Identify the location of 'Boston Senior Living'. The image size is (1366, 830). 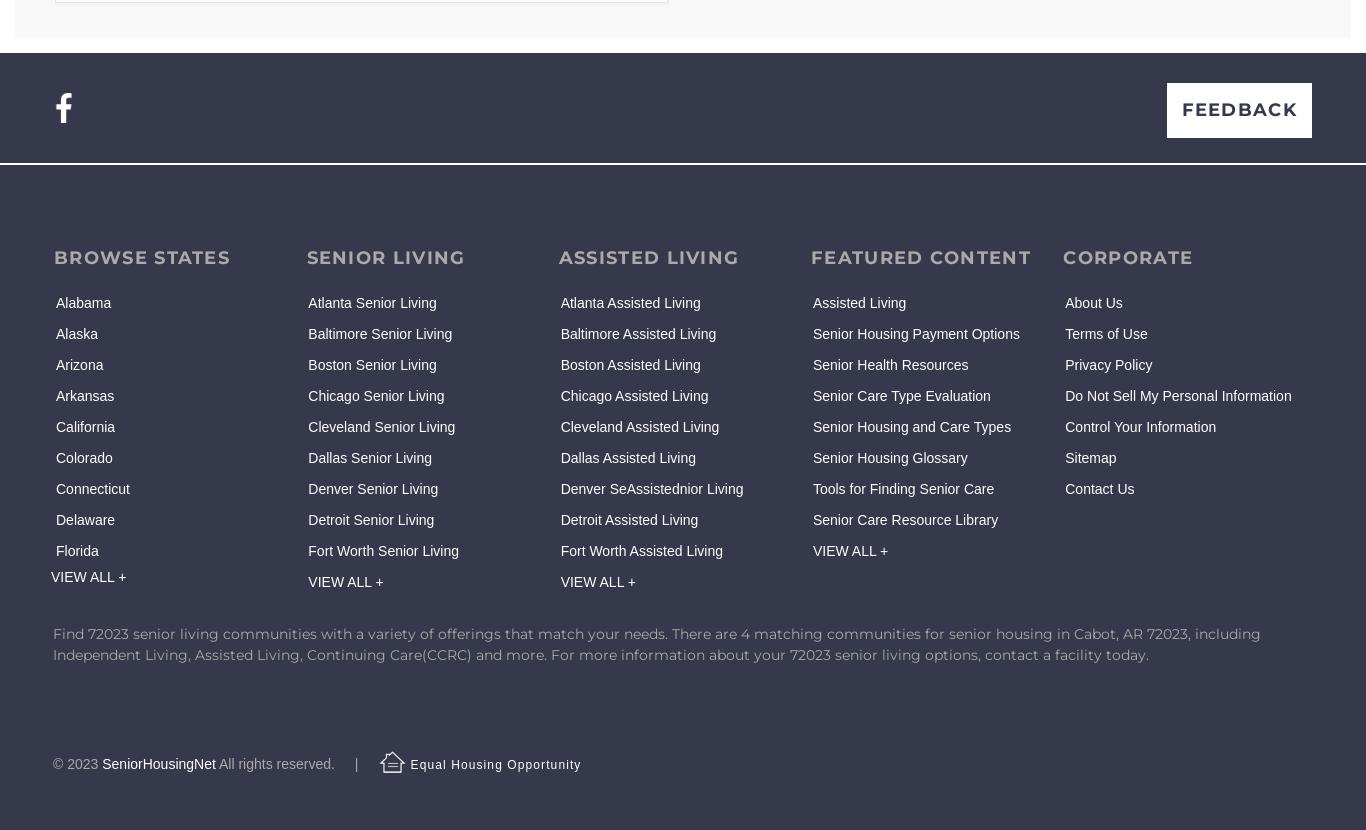
(370, 365).